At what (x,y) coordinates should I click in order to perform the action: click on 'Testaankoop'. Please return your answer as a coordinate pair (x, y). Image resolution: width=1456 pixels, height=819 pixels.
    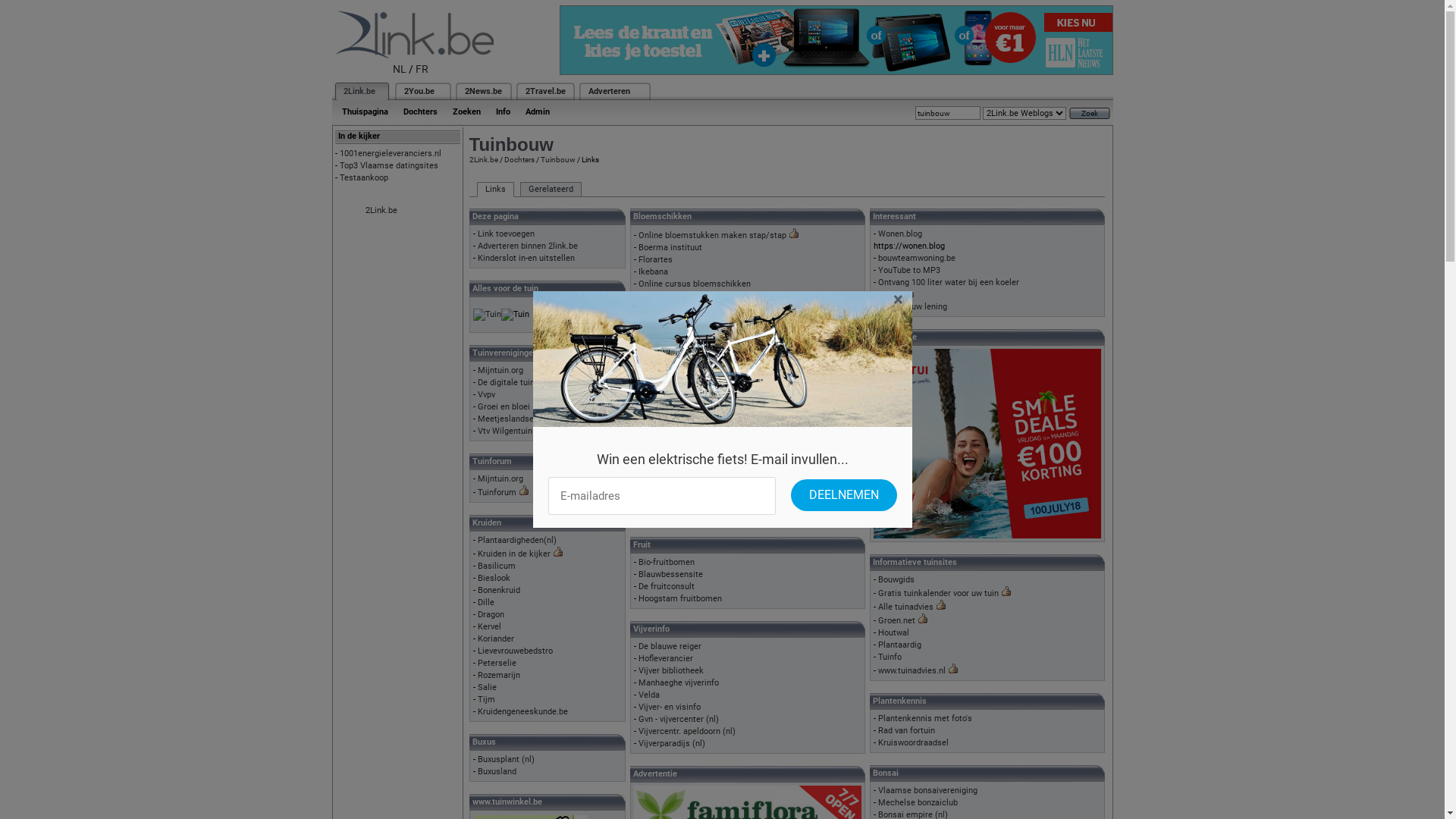
    Looking at the image, I should click on (338, 177).